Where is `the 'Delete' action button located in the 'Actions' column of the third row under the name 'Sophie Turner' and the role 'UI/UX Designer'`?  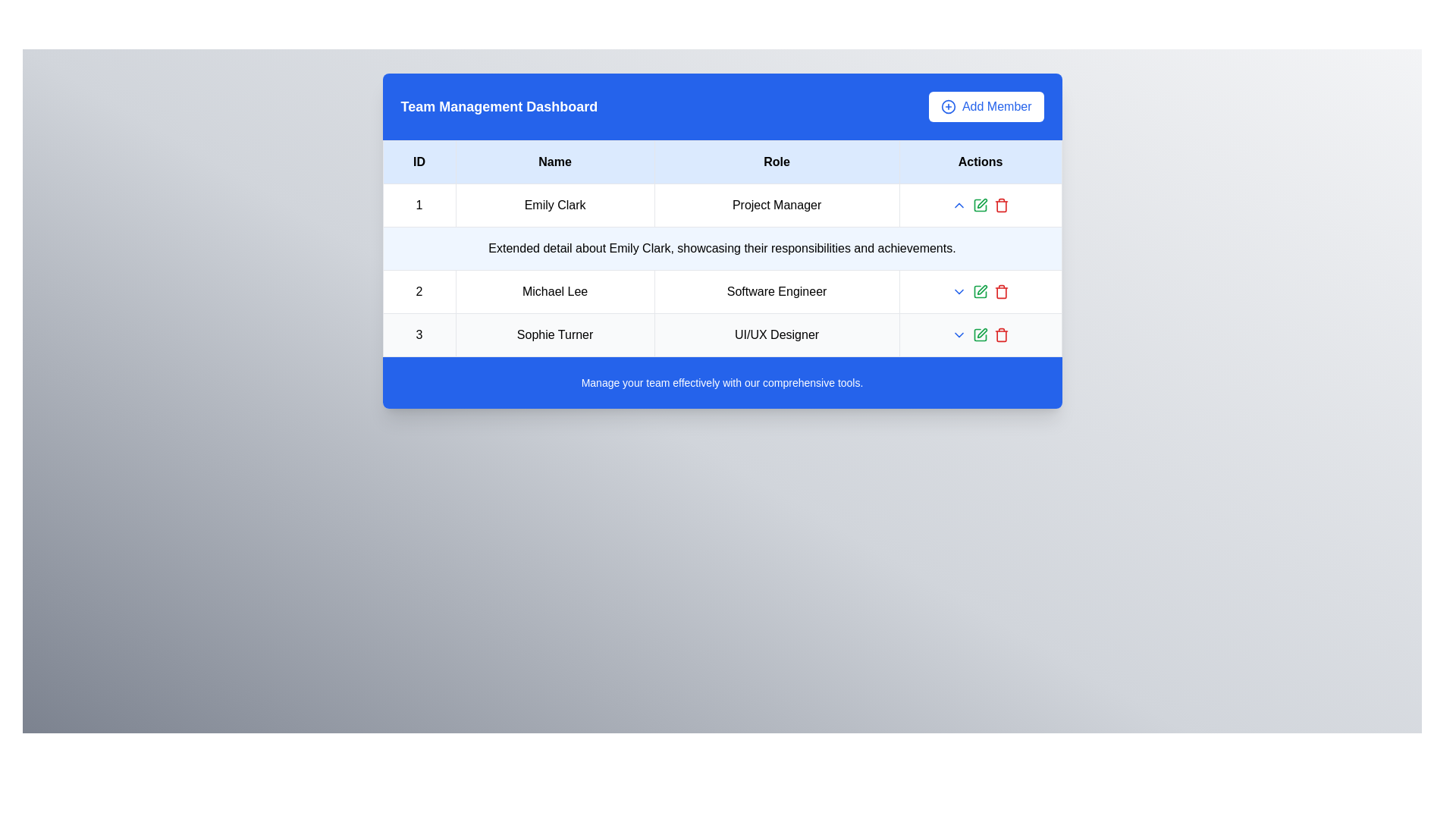
the 'Delete' action button located in the 'Actions' column of the third row under the name 'Sophie Turner' and the role 'UI/UX Designer' is located at coordinates (1001, 205).